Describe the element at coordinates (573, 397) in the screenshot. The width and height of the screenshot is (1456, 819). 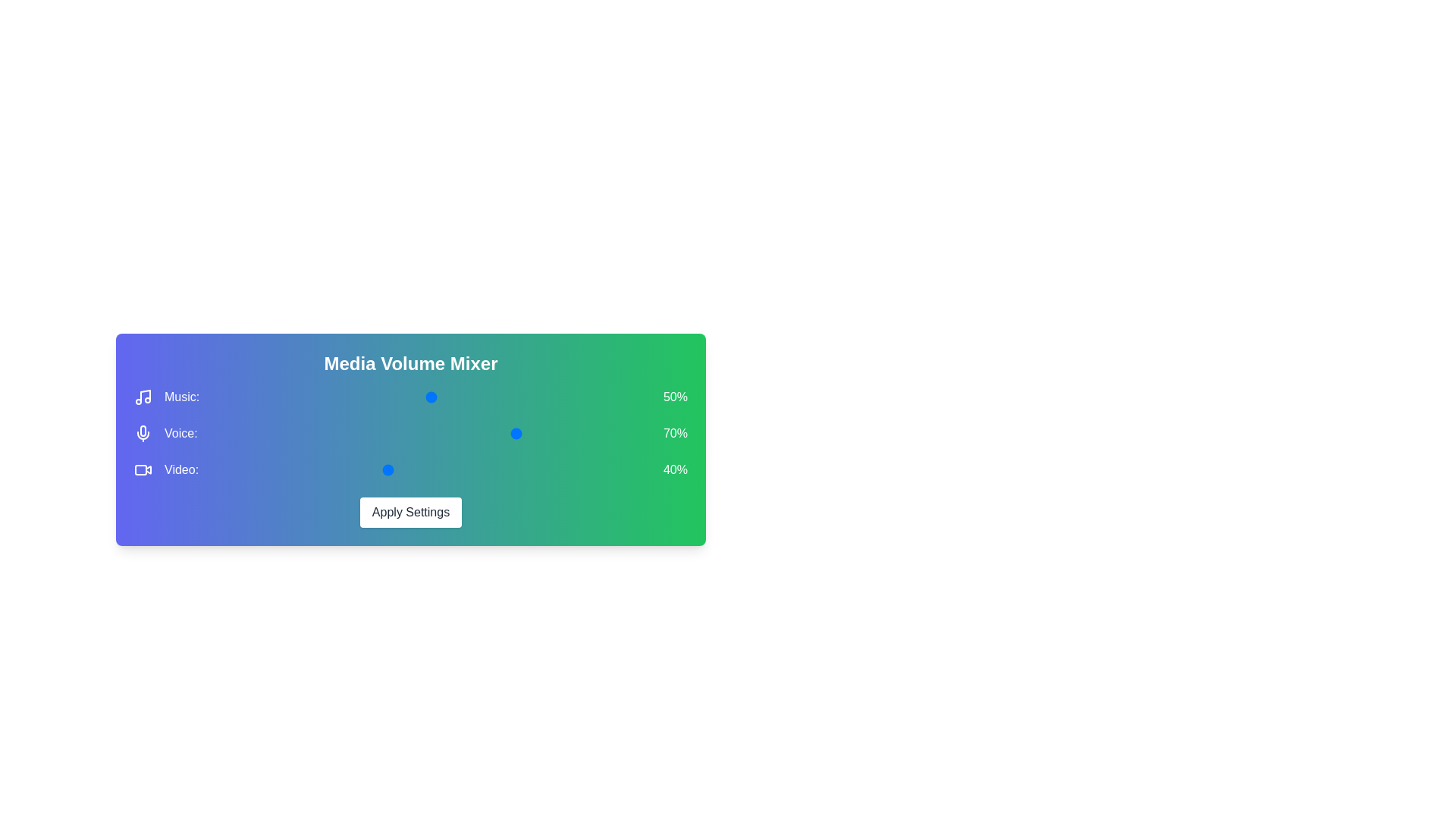
I see `the 0 volume to 65% by moving the corresponding slider` at that location.